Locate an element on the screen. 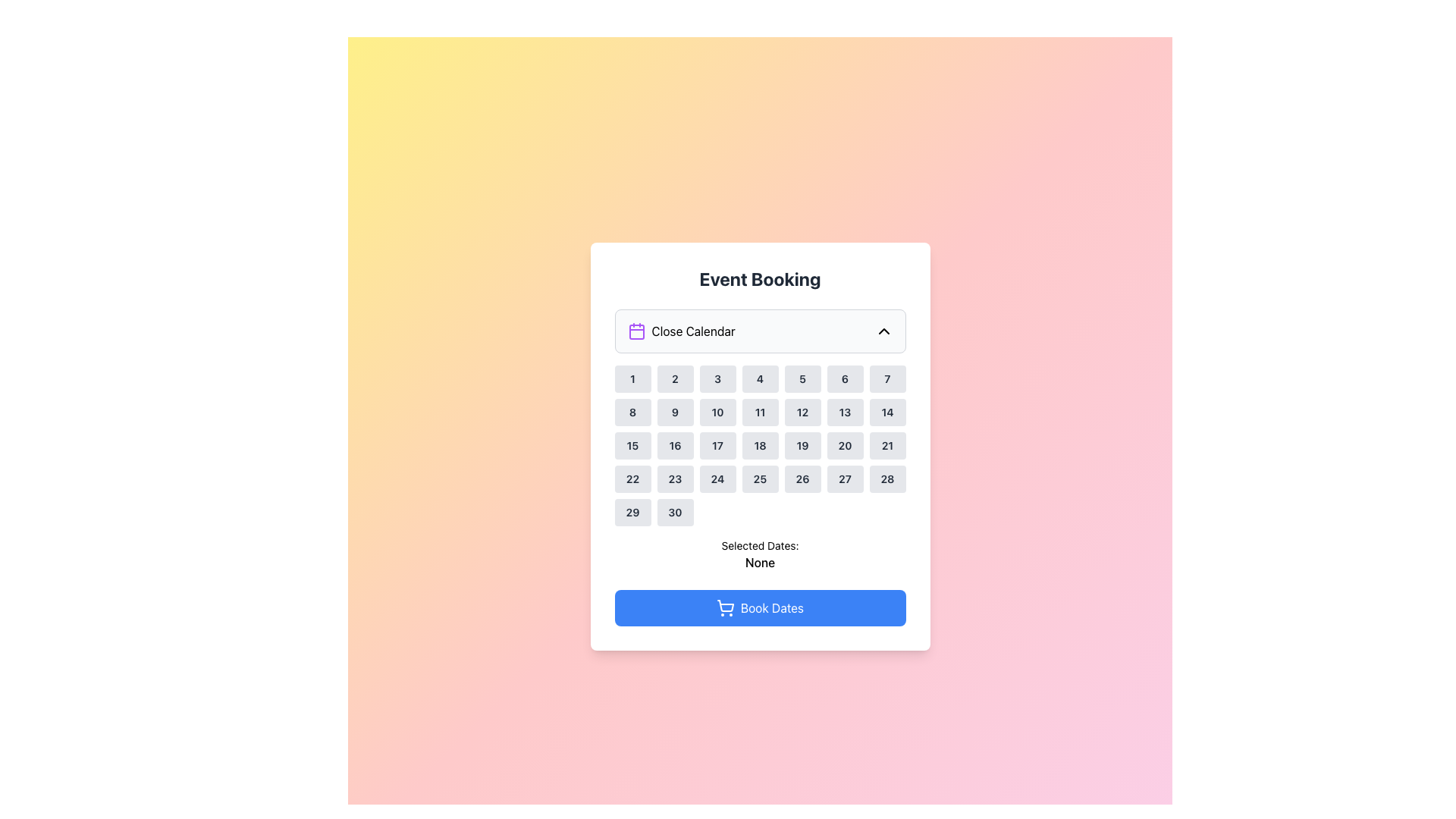  the button that allows users to select the specific day '27' within the calendar component is located at coordinates (844, 479).